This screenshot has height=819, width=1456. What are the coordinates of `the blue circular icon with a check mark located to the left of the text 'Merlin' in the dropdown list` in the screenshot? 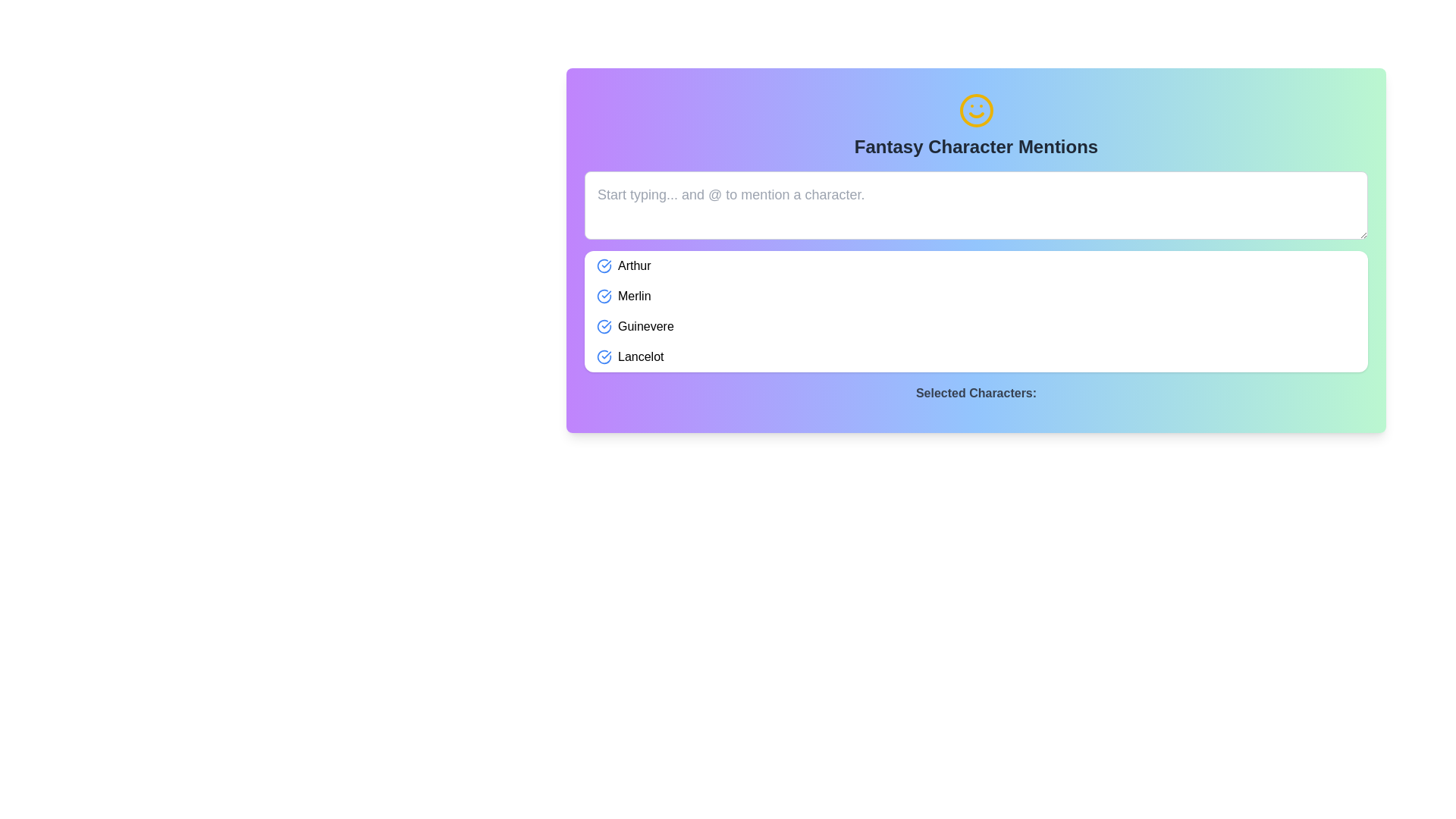 It's located at (603, 296).